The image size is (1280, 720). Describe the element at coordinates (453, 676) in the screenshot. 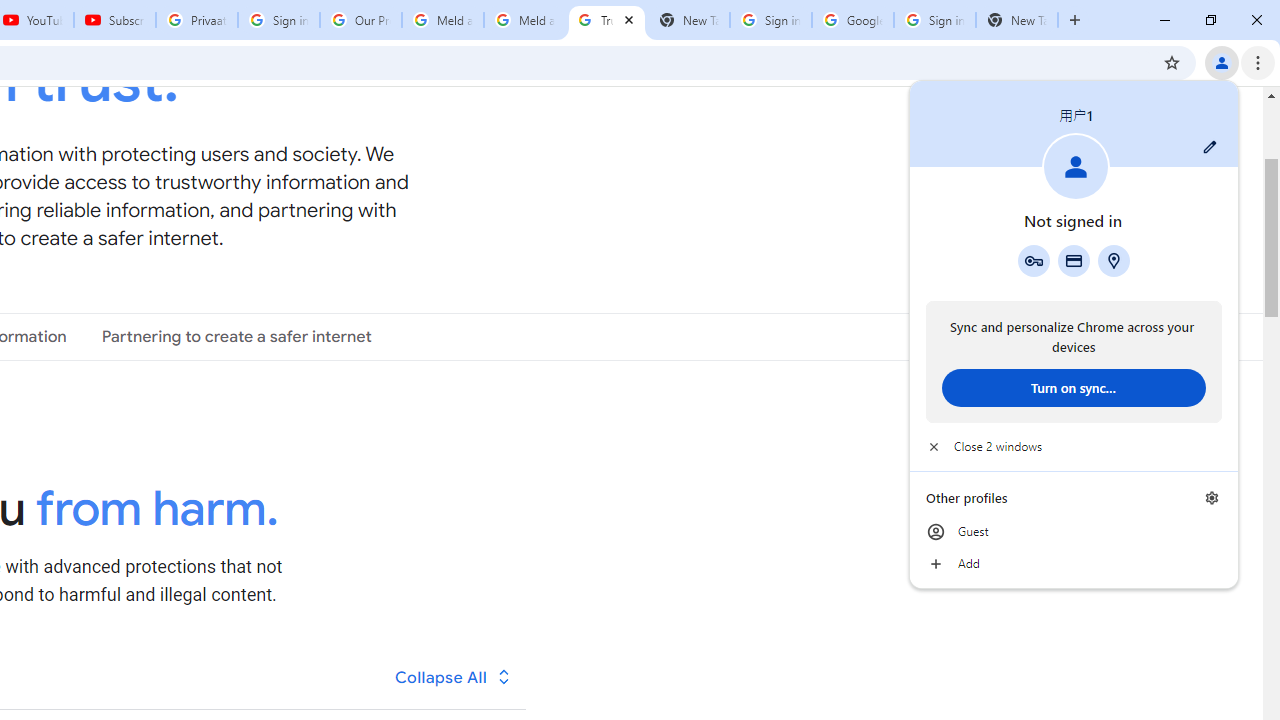

I see `'Collapse All'` at that location.